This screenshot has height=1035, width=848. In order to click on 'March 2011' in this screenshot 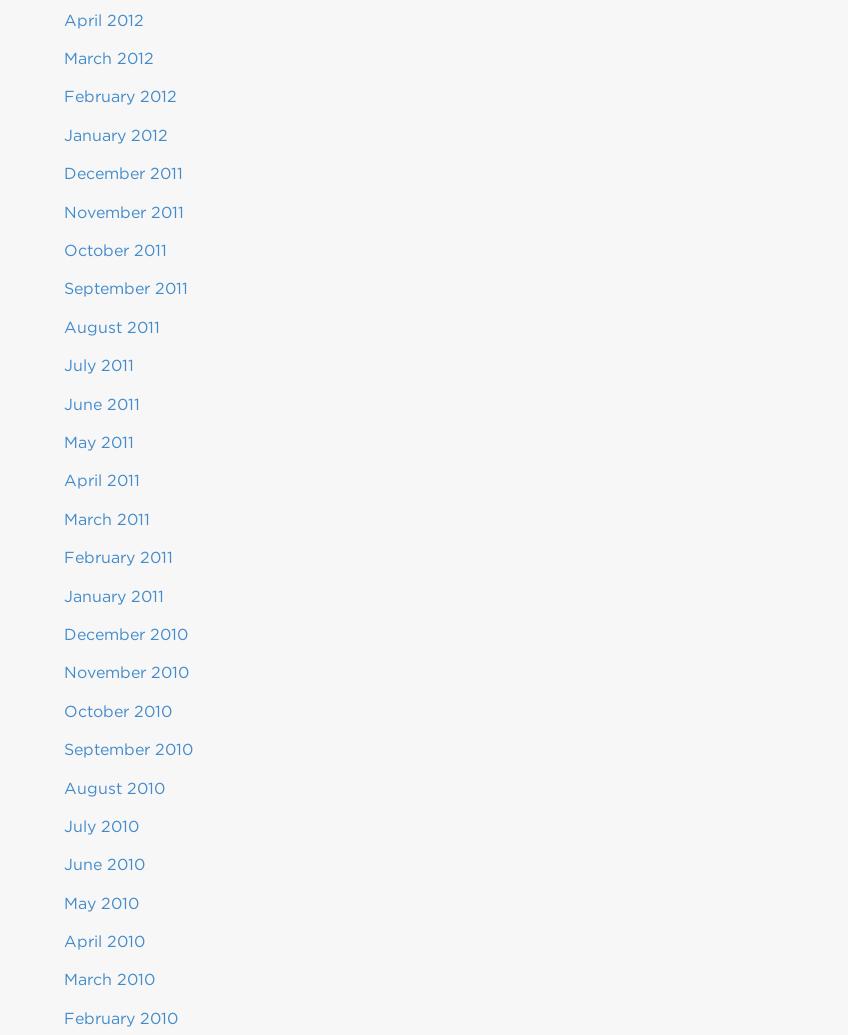, I will do `click(106, 518)`.